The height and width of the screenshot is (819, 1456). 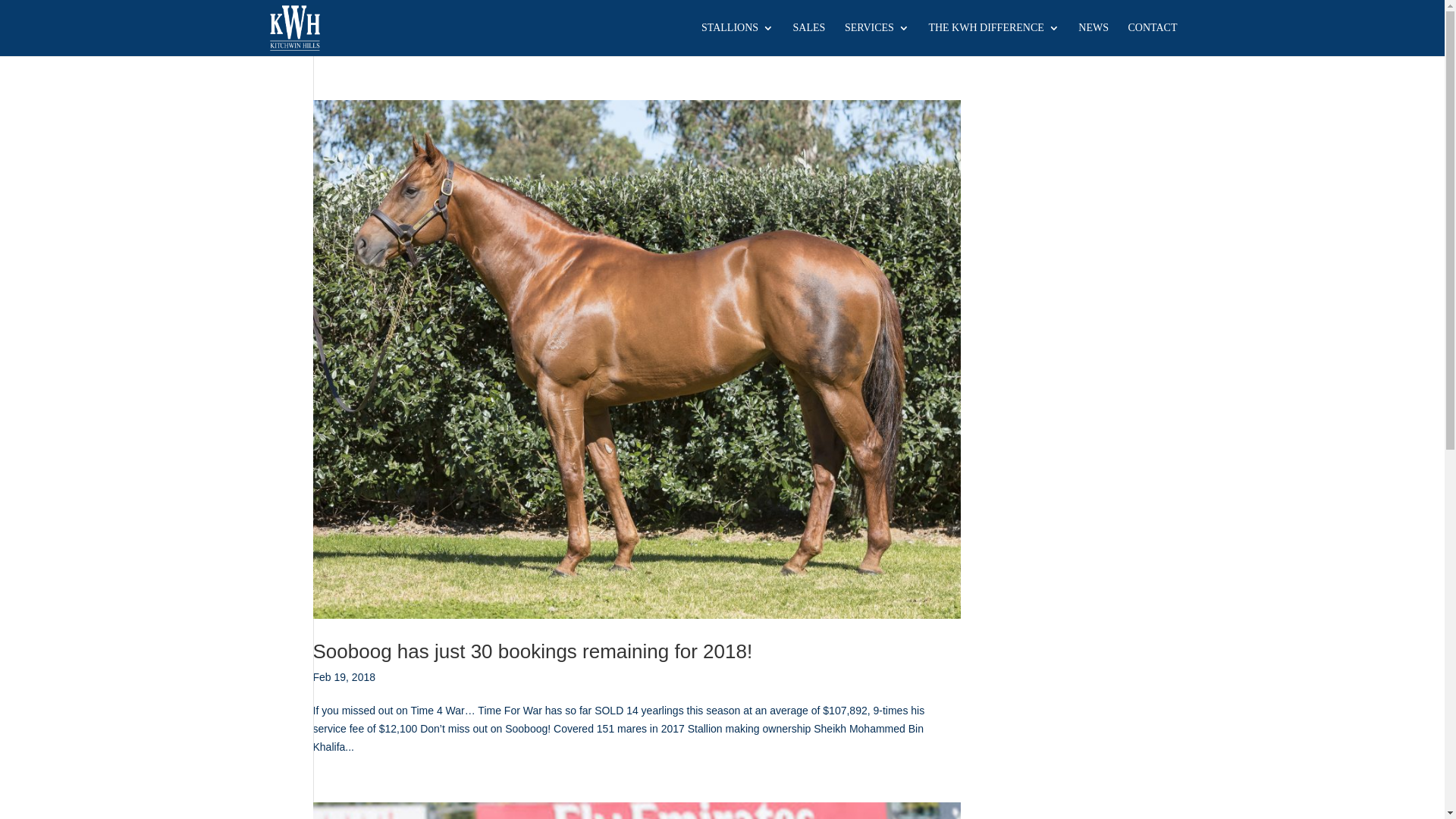 What do you see at coordinates (808, 38) in the screenshot?
I see `'SALES'` at bounding box center [808, 38].